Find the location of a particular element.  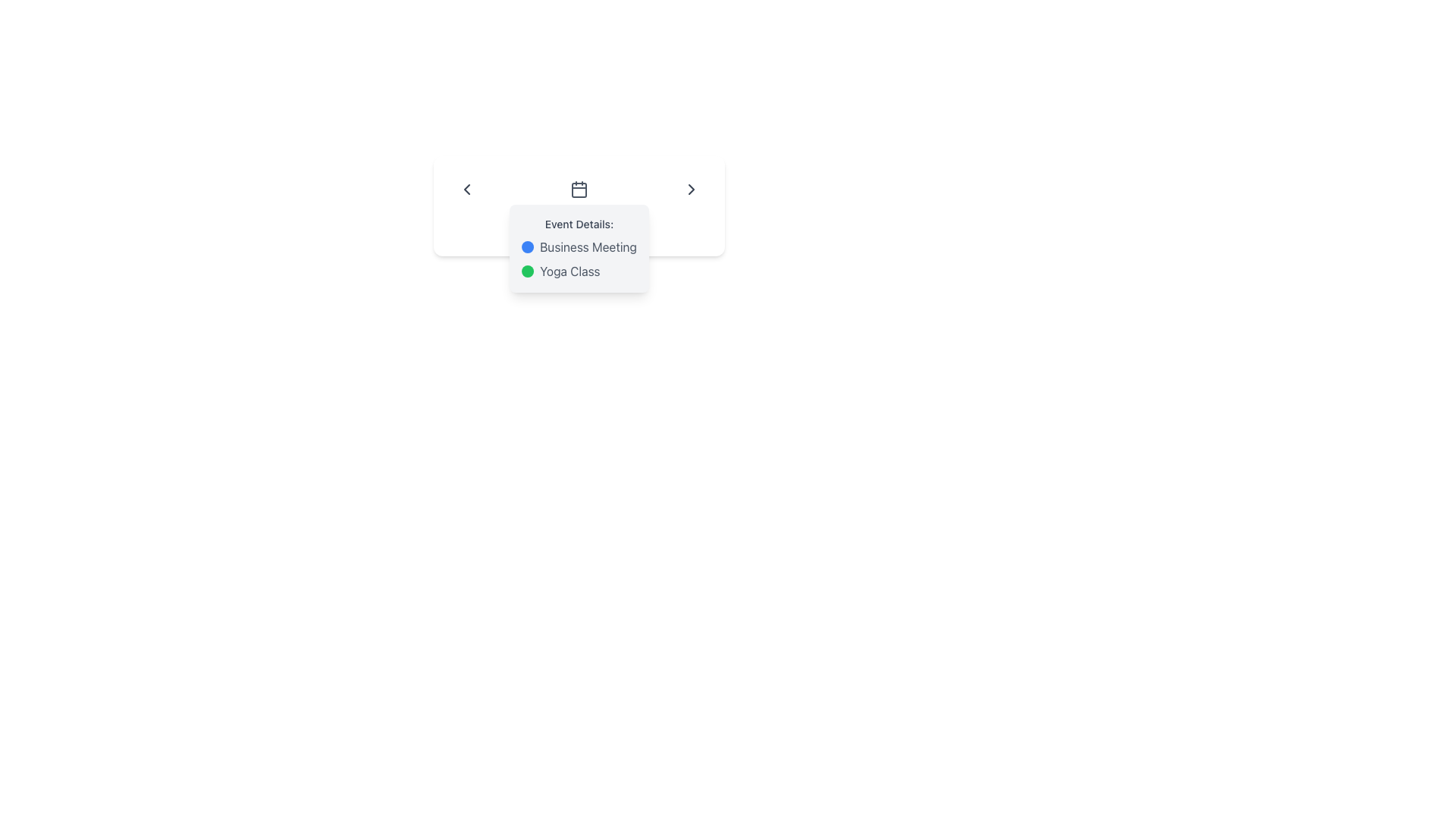

the 'Business Meeting' text item with a gray font and a small rounded blue indicator to its left, which is the first item in the list is located at coordinates (578, 246).